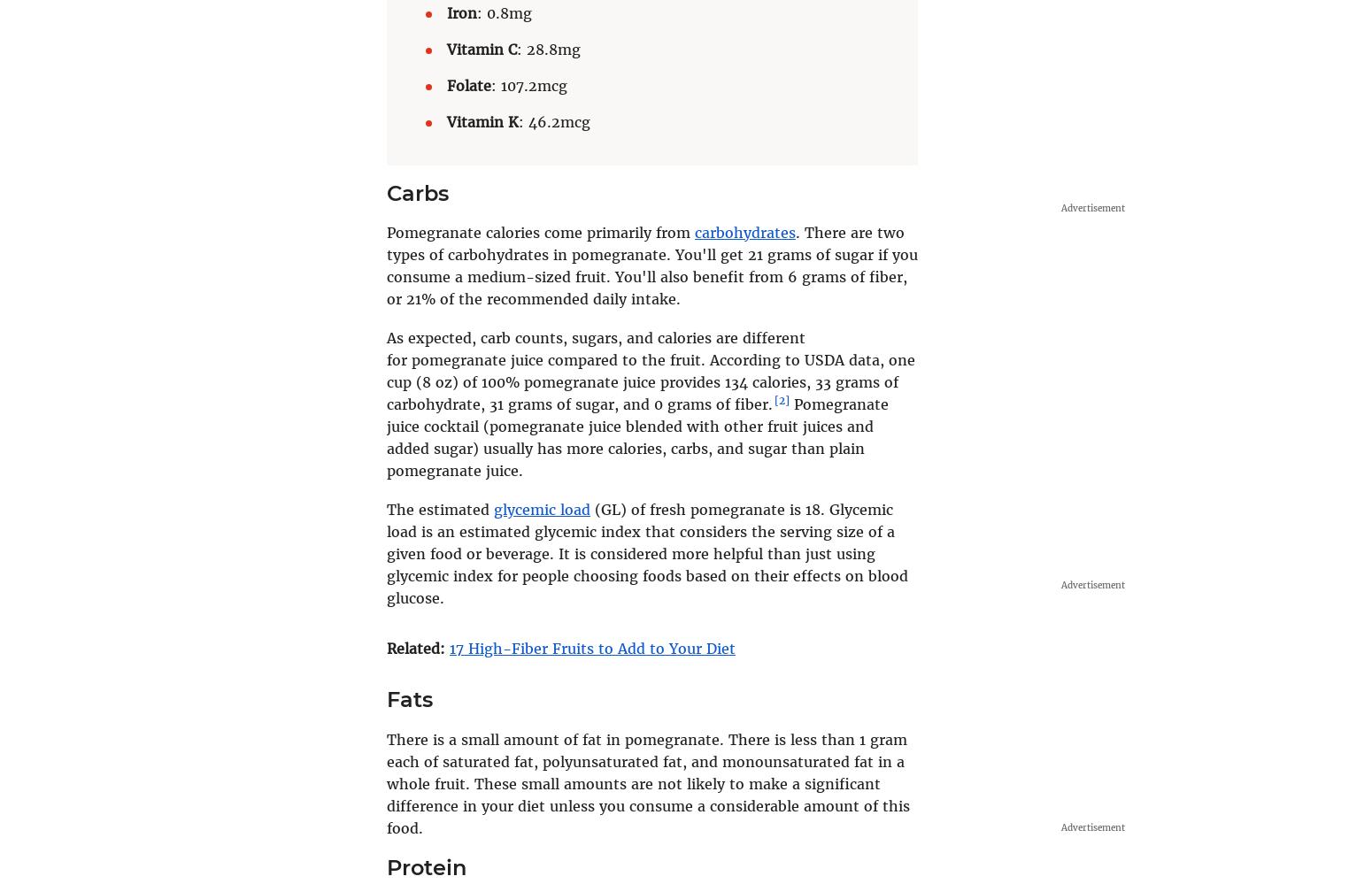 This screenshot has width=1372, height=884. What do you see at coordinates (553, 120) in the screenshot?
I see `': 46.2mcg'` at bounding box center [553, 120].